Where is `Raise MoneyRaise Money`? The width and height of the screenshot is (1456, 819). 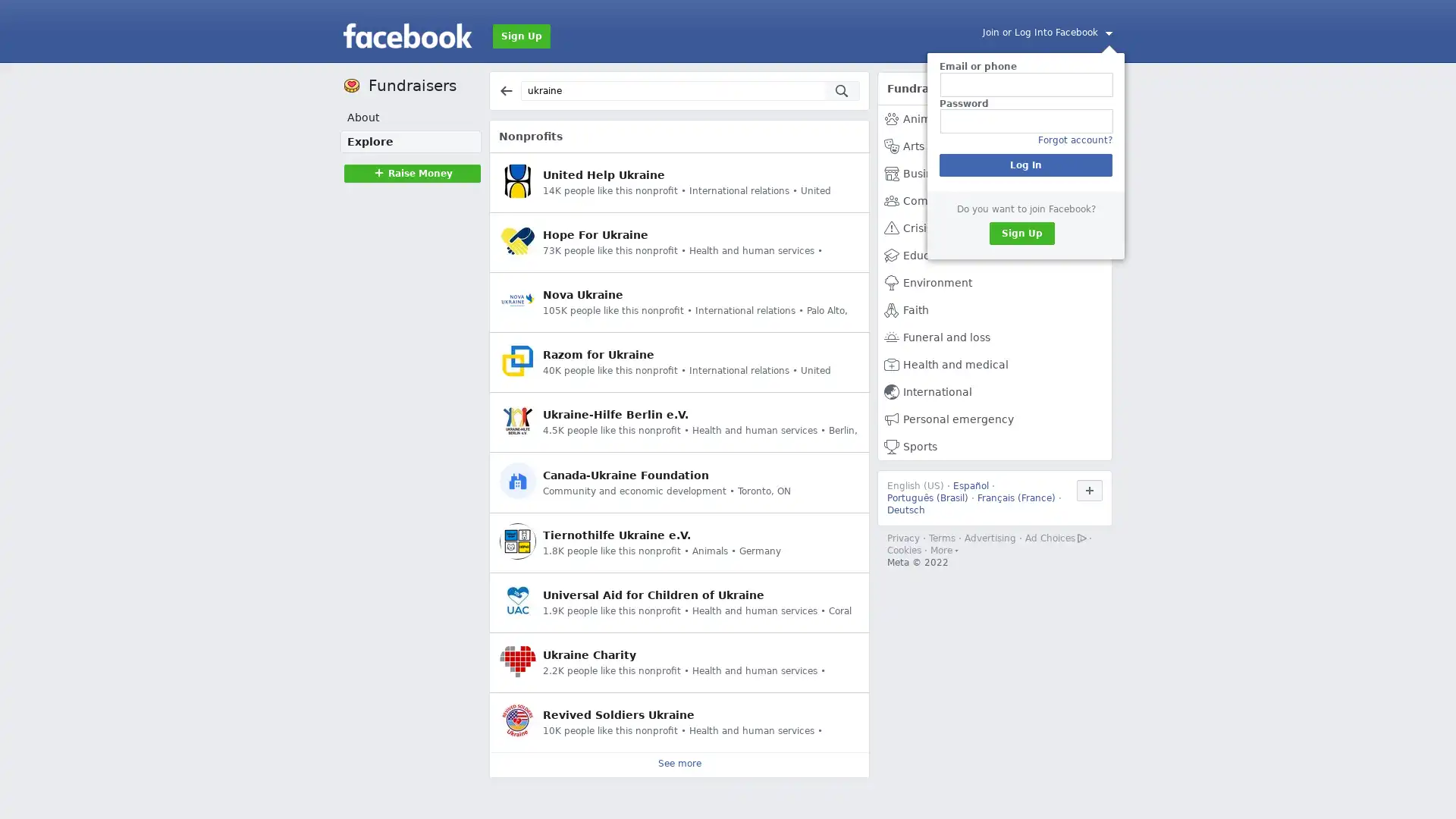 Raise MoneyRaise Money is located at coordinates (412, 171).